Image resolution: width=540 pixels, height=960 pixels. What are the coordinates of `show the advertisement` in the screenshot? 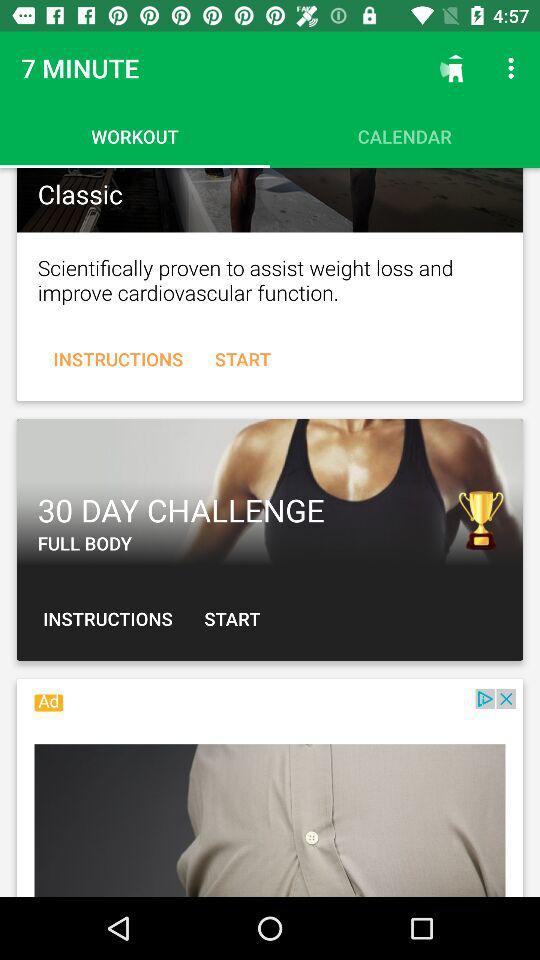 It's located at (270, 793).